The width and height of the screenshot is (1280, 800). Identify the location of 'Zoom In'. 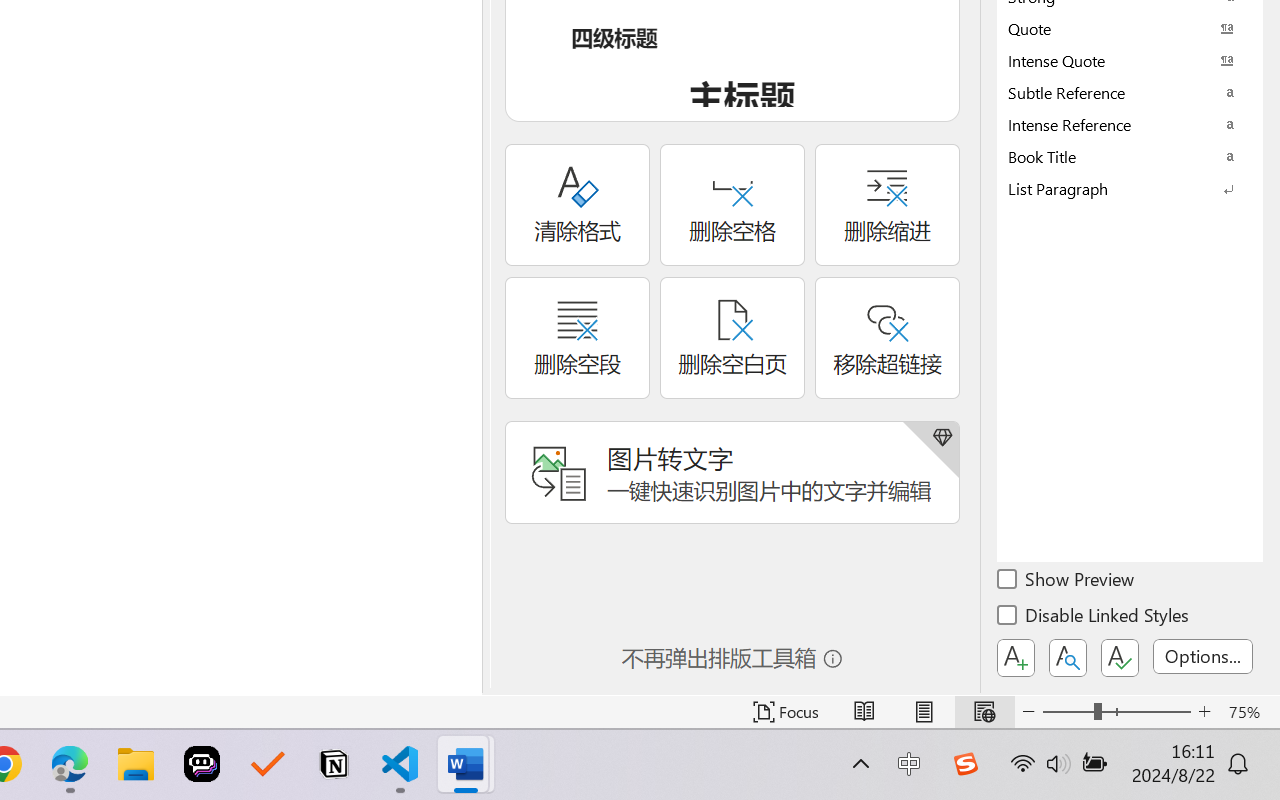
(1204, 711).